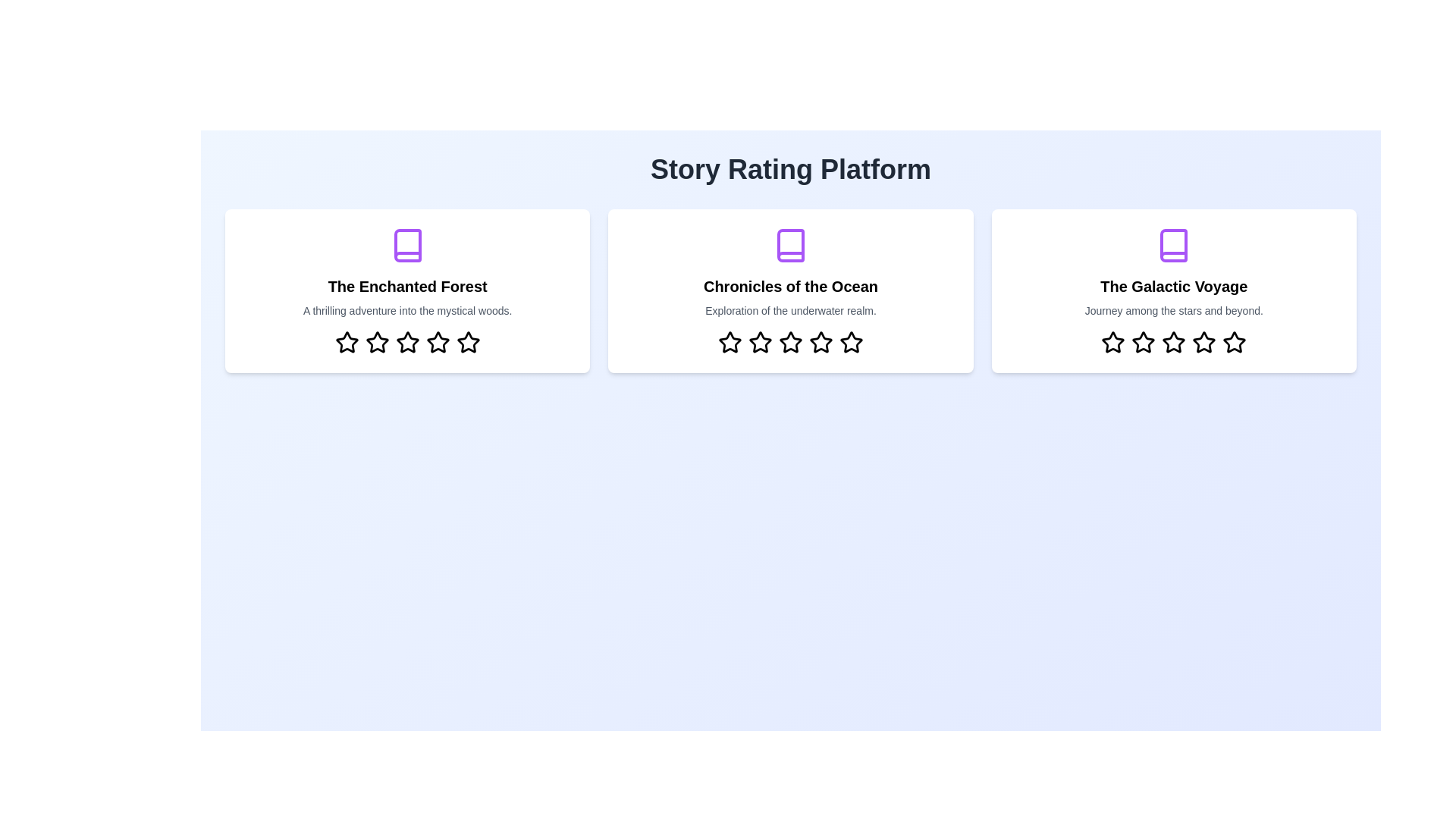  Describe the element at coordinates (407, 342) in the screenshot. I see `the star corresponding to 3 rating in the 'The Enchanted Forest' story card` at that location.